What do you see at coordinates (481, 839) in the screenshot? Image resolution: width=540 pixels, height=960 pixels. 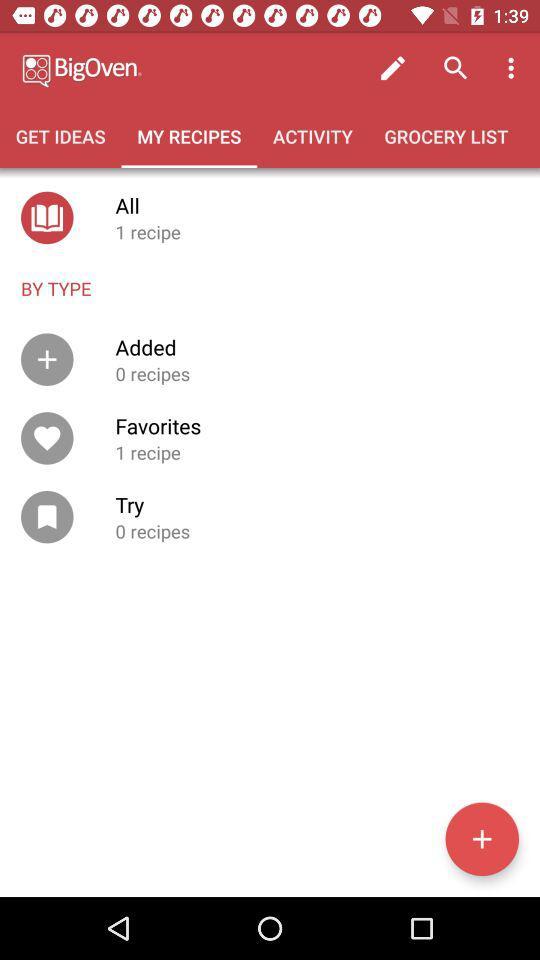 I see `item below the 0 recipes` at bounding box center [481, 839].